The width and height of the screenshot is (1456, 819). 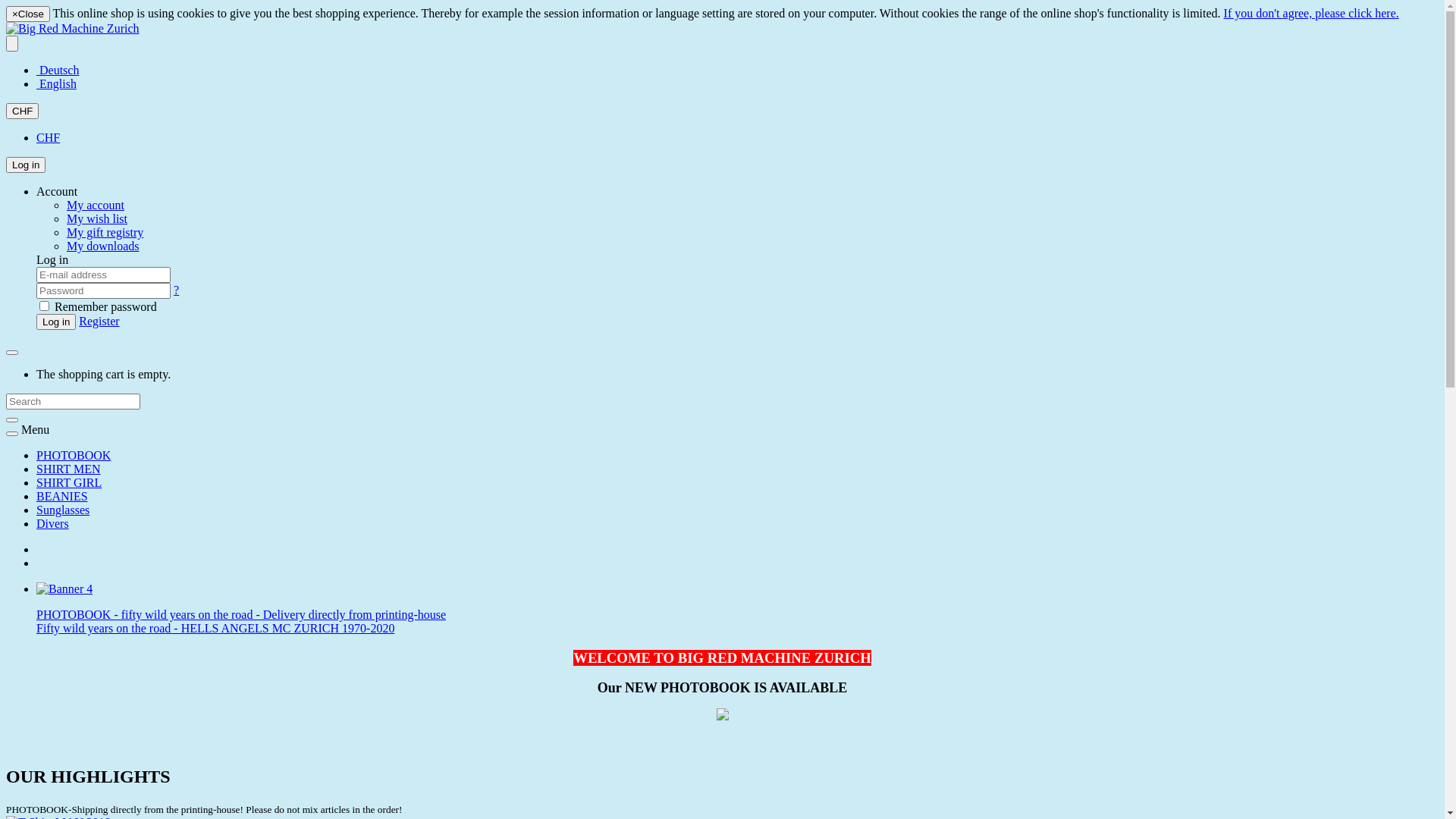 I want to click on 'Deutsch', so click(x=58, y=70).